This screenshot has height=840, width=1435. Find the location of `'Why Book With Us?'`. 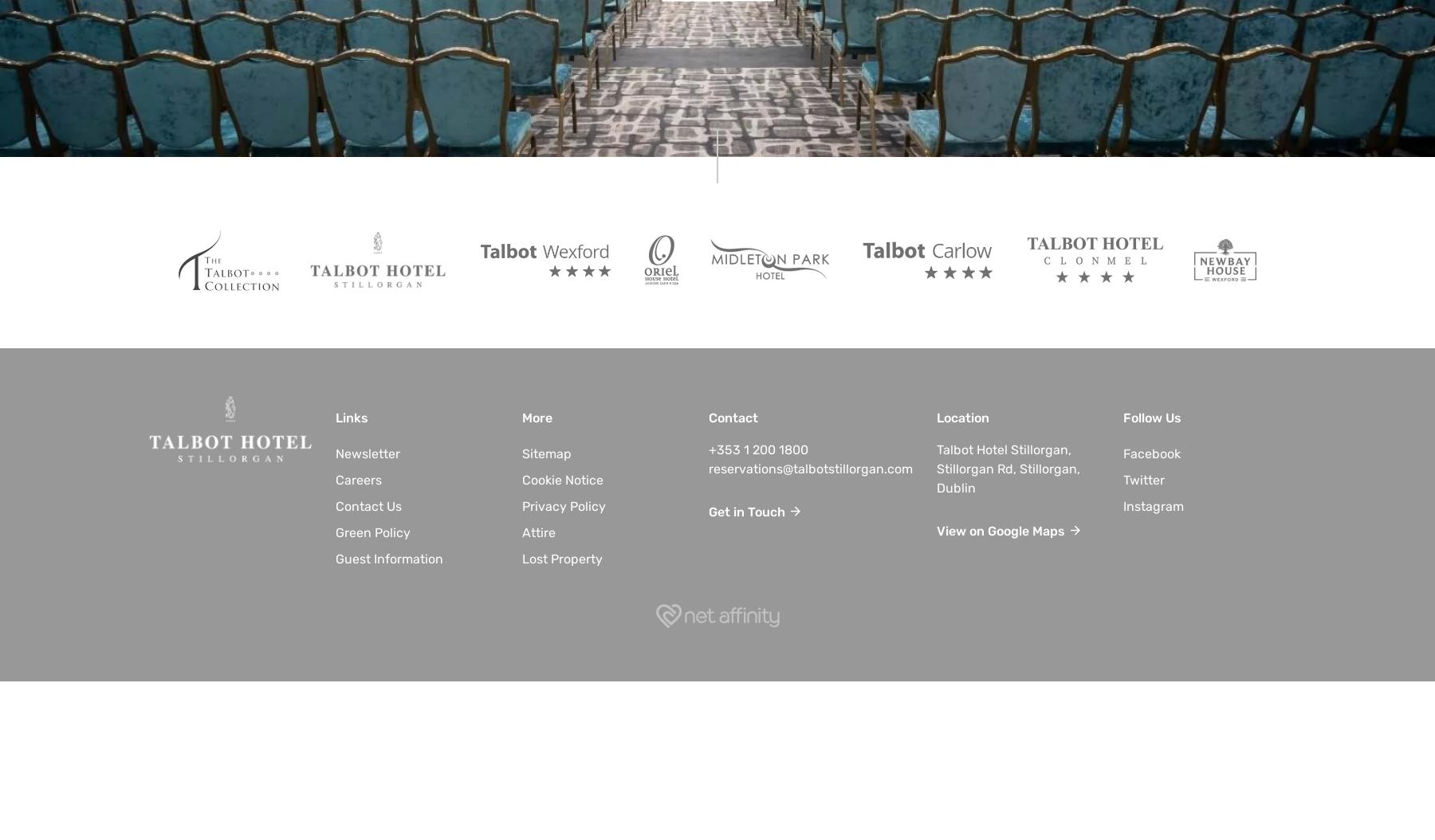

'Why Book With Us?' is located at coordinates (704, 824).